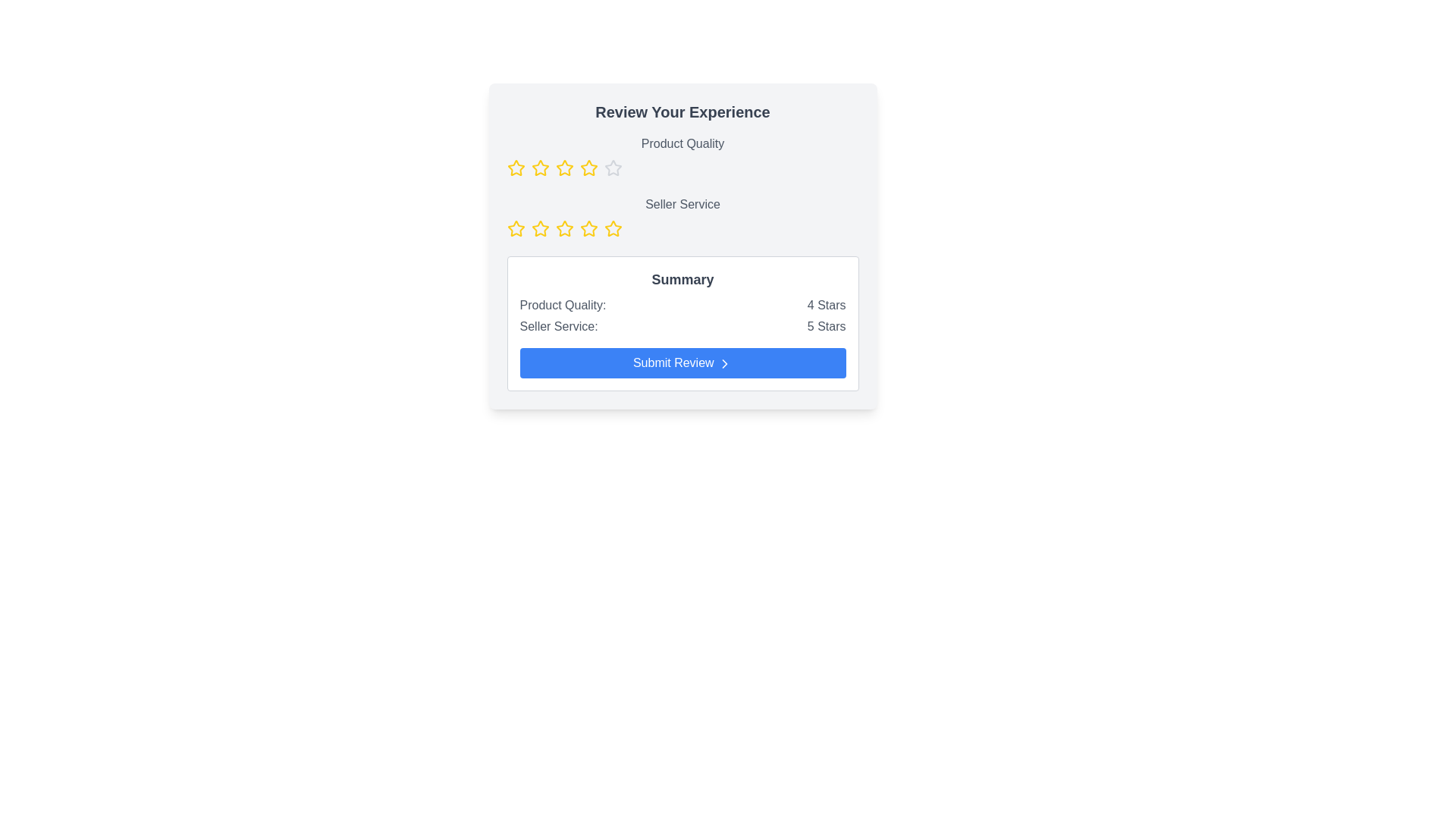 The image size is (1456, 819). What do you see at coordinates (563, 168) in the screenshot?
I see `the fourth star in the horizontal arrangement of five stars` at bounding box center [563, 168].